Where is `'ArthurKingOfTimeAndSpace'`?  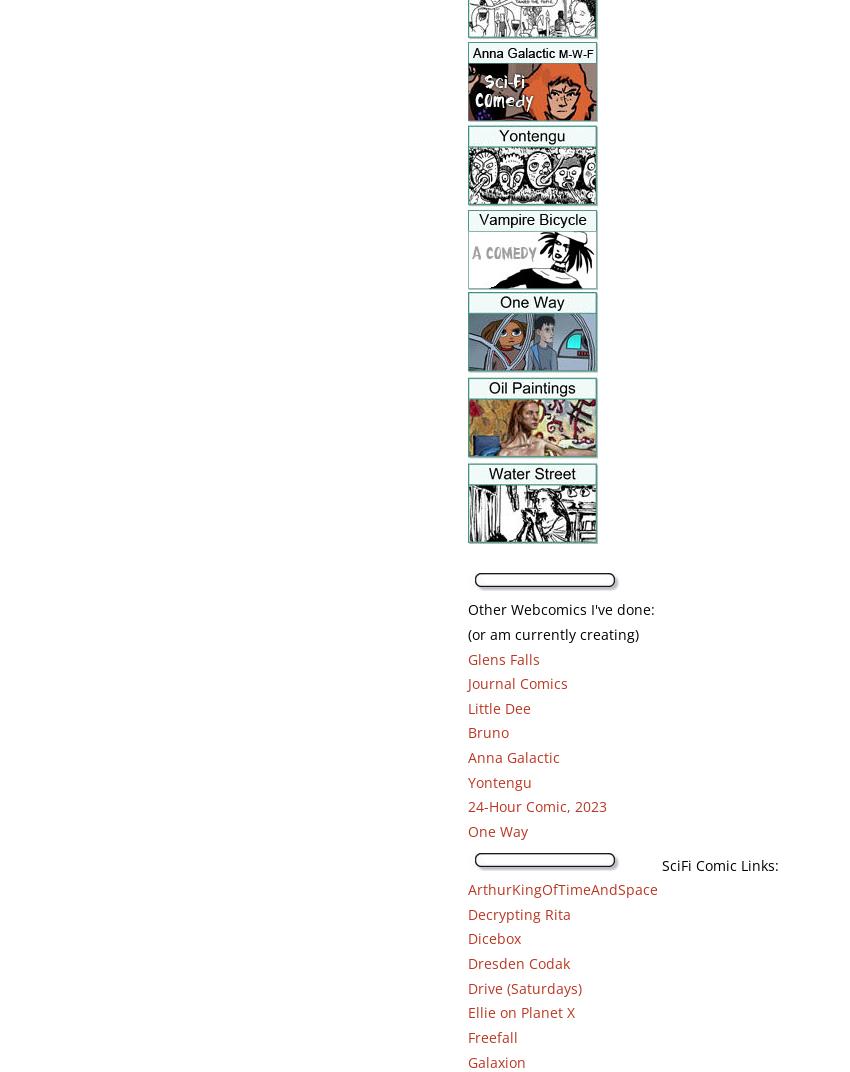
'ArthurKingOfTimeAndSpace' is located at coordinates (562, 889).